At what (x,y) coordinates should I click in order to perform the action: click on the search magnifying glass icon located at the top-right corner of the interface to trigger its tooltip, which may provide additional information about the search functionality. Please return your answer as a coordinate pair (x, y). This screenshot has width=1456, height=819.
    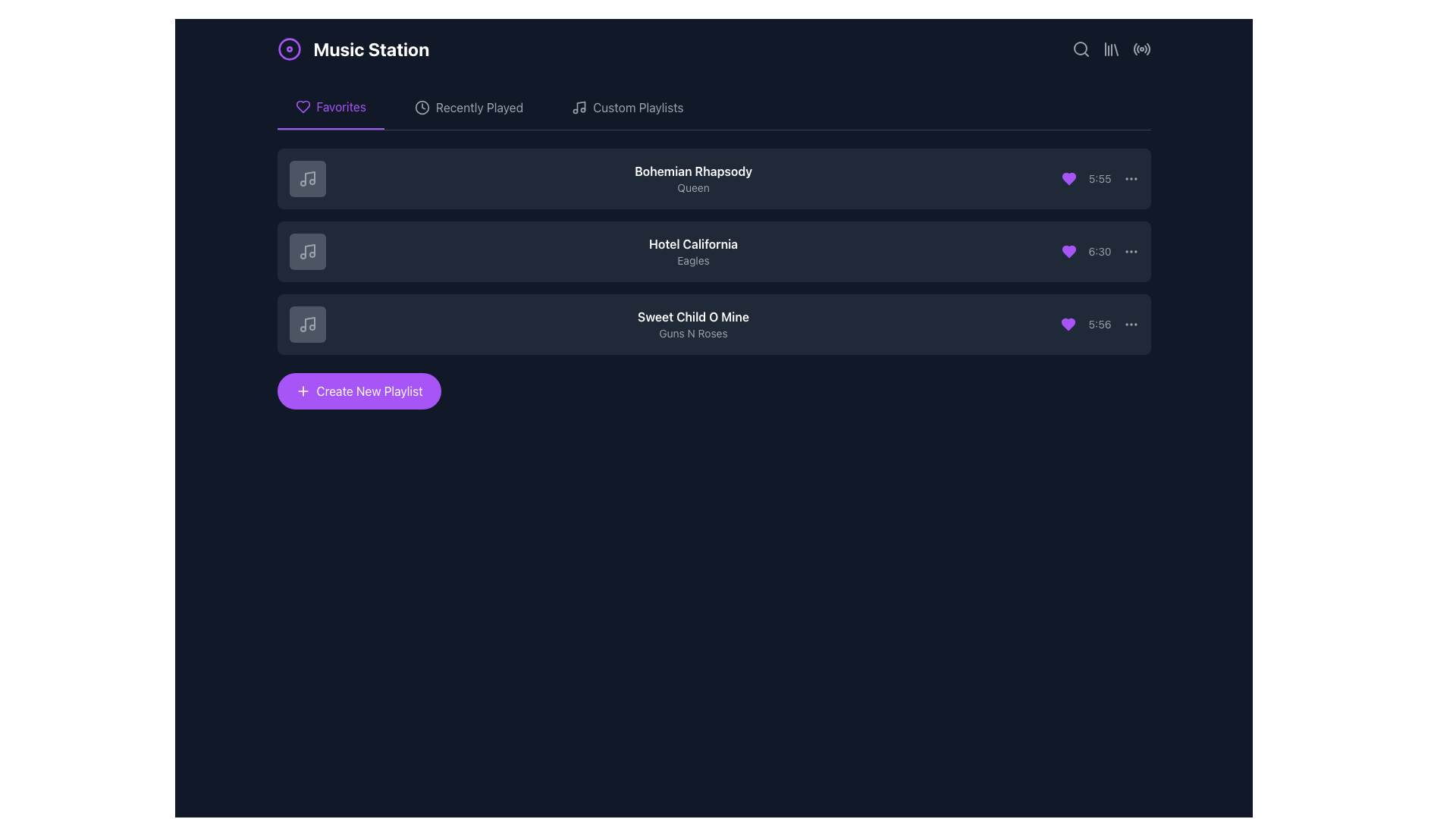
    Looking at the image, I should click on (1080, 49).